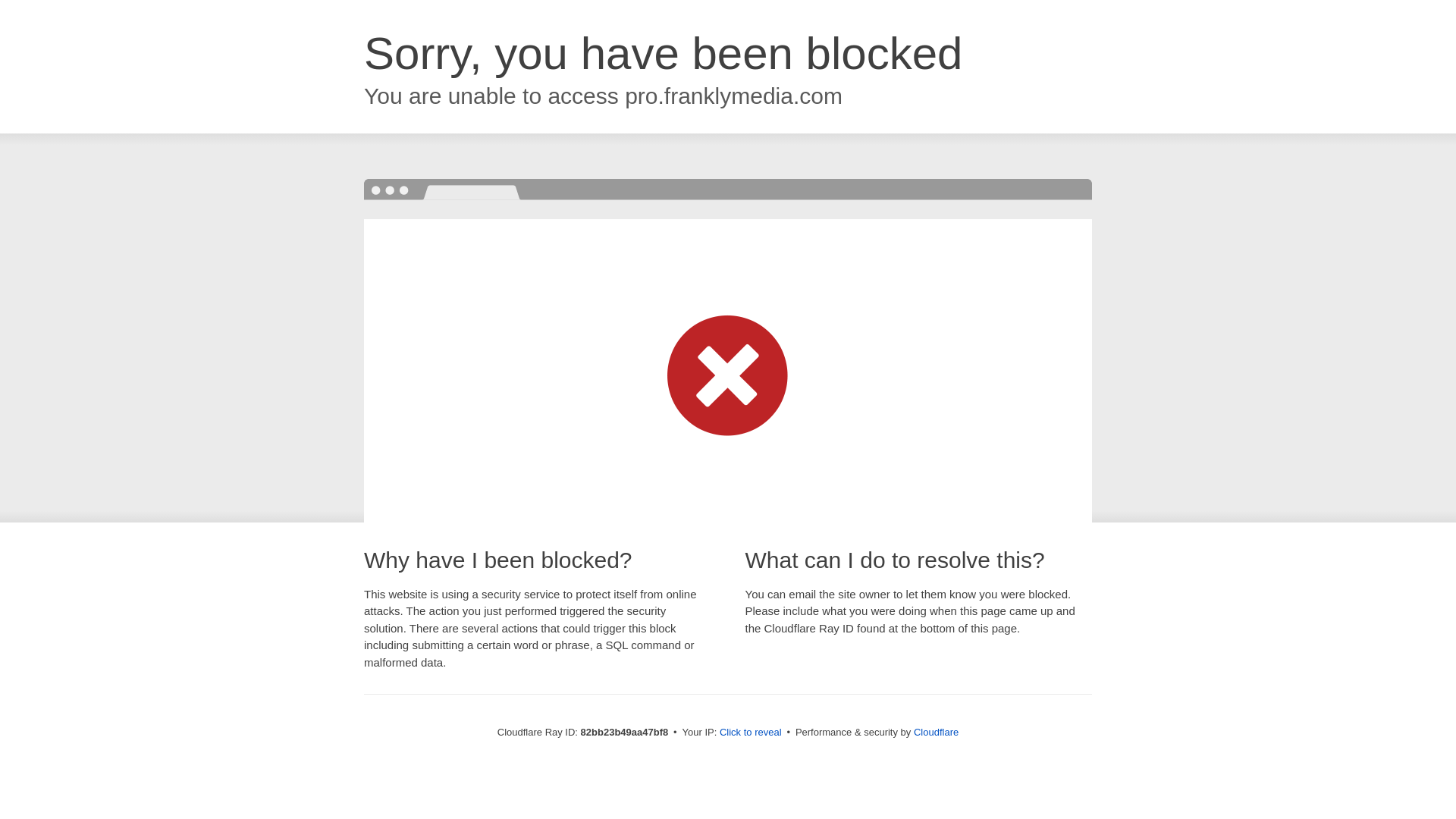 This screenshot has height=819, width=1456. What do you see at coordinates (750, 731) in the screenshot?
I see `'Click to reveal'` at bounding box center [750, 731].